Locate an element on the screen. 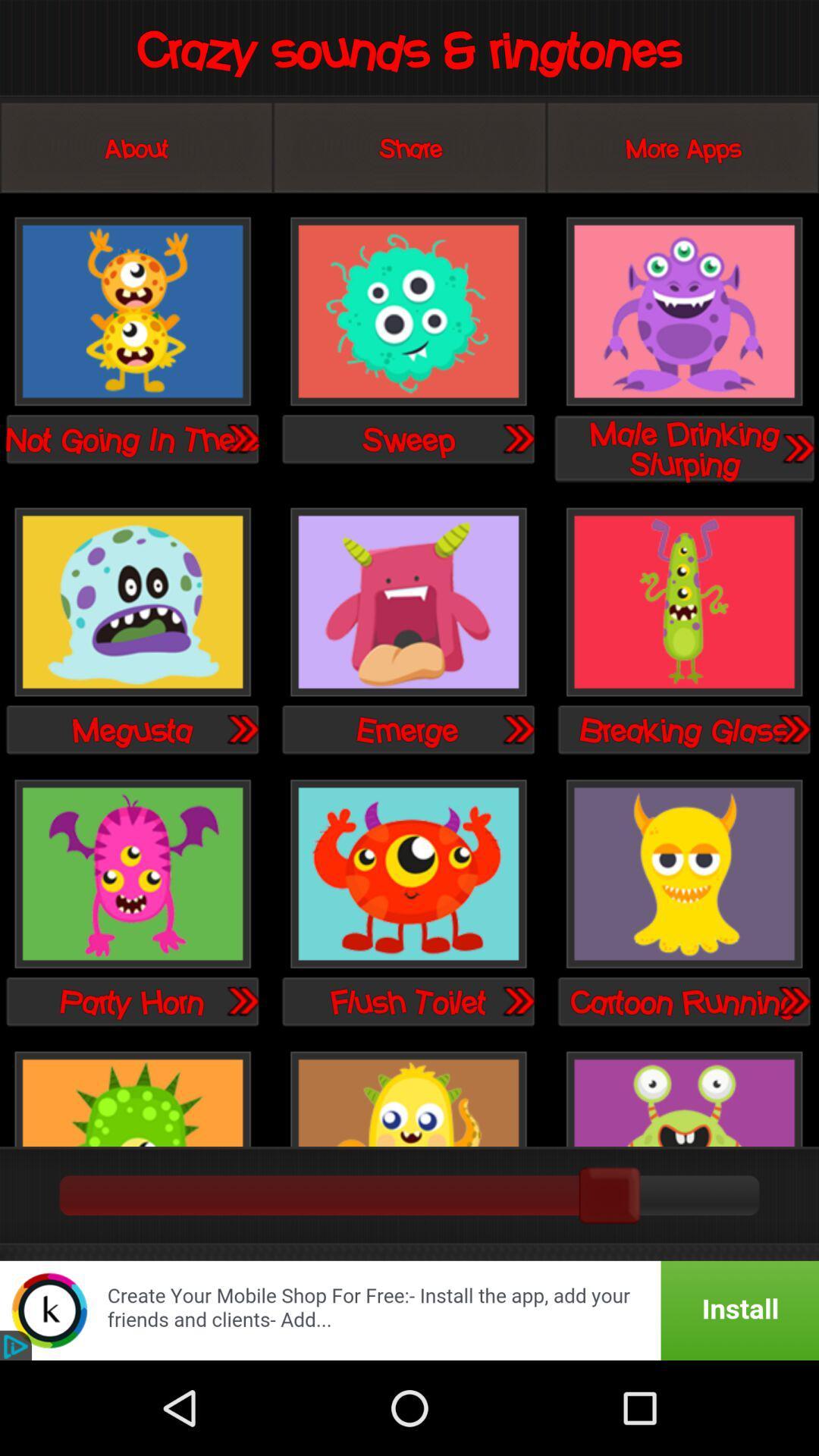 The height and width of the screenshot is (1456, 819). party horn sound is located at coordinates (132, 875).